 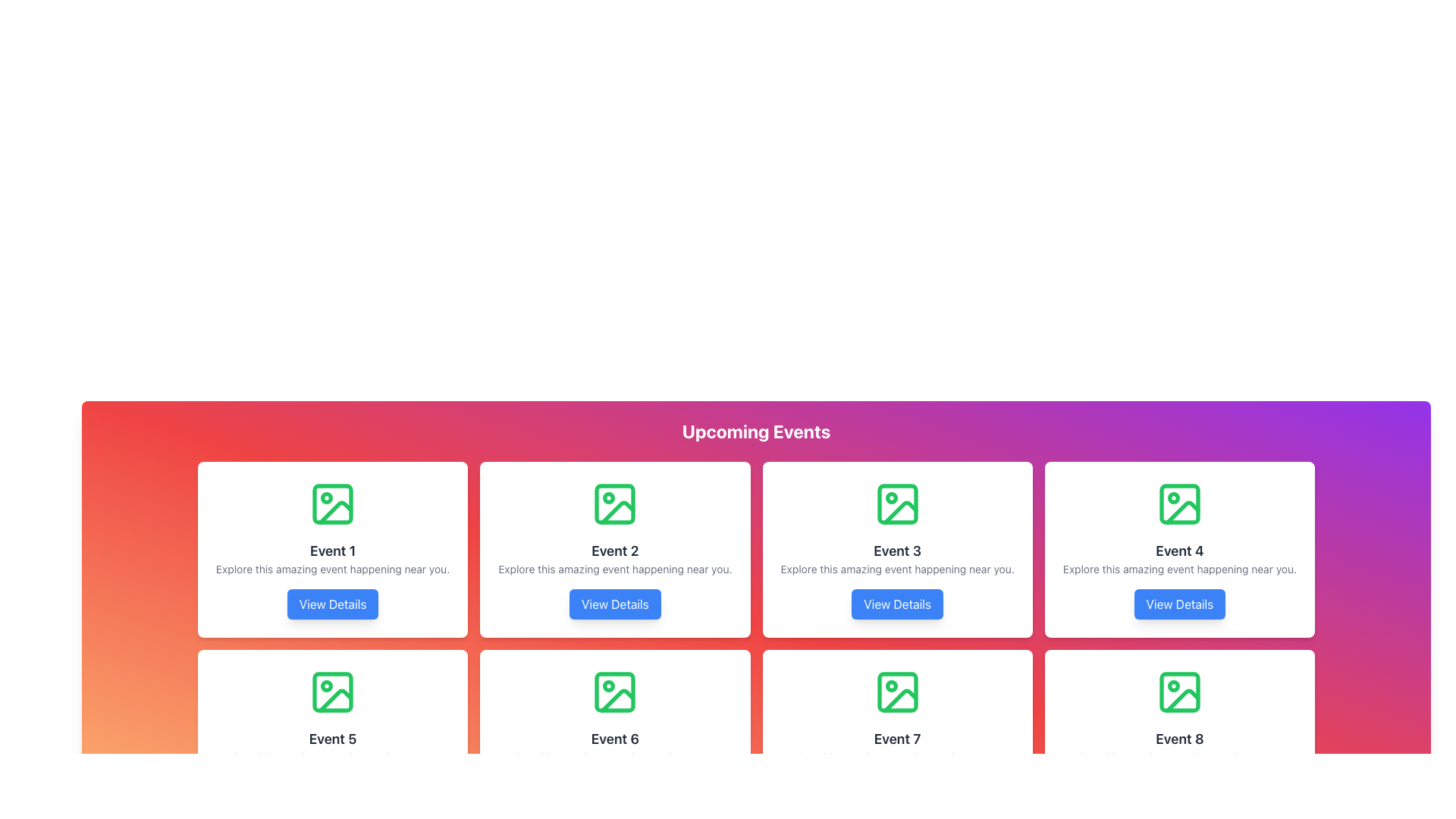 I want to click on the decorative graphical element located inside the bottom-most image icon of the Event 8 card in the bottom-right corner of the grid of event cards, so click(x=1182, y=701).